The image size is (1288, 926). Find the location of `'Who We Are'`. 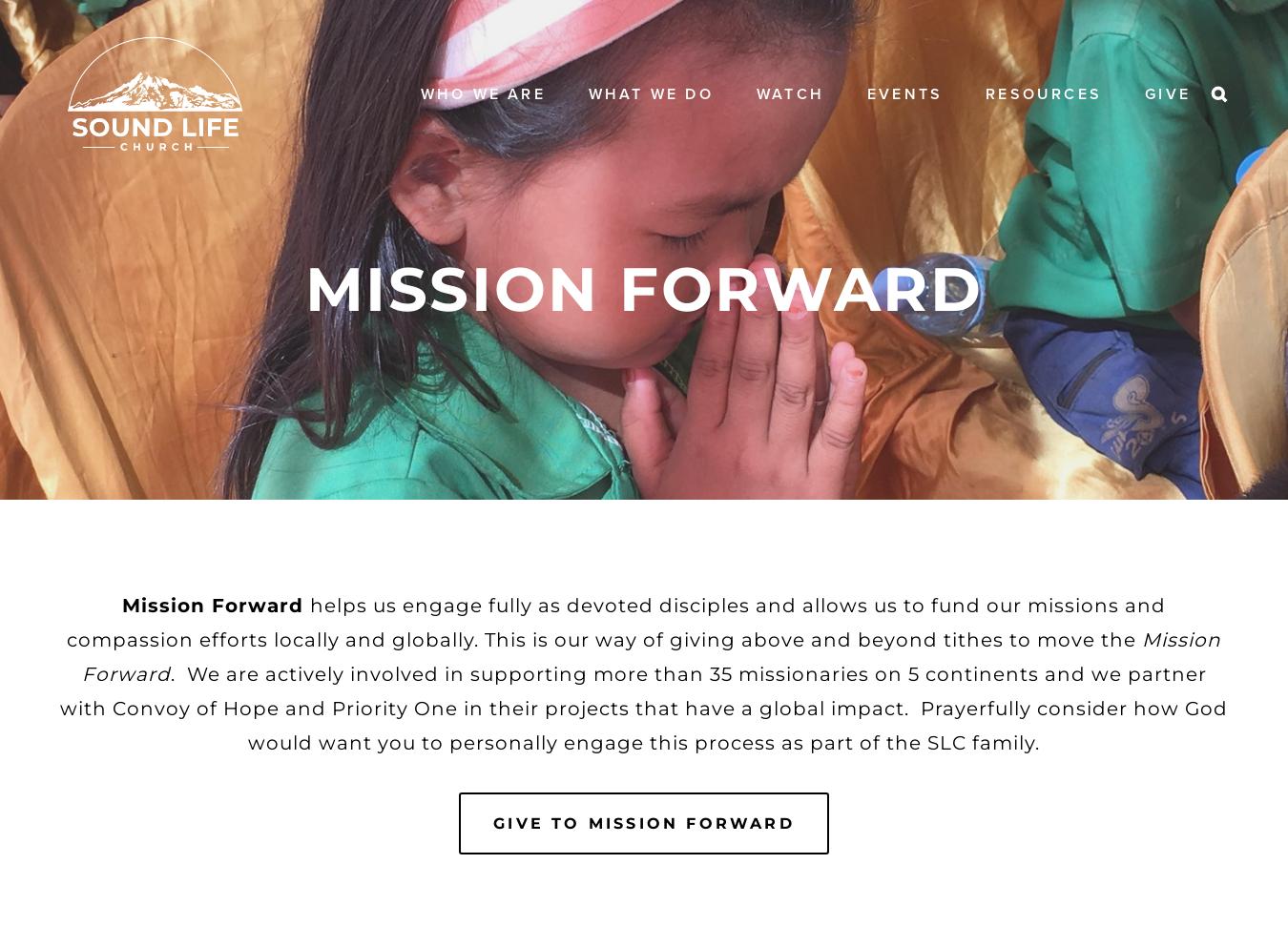

'Who We Are' is located at coordinates (481, 92).